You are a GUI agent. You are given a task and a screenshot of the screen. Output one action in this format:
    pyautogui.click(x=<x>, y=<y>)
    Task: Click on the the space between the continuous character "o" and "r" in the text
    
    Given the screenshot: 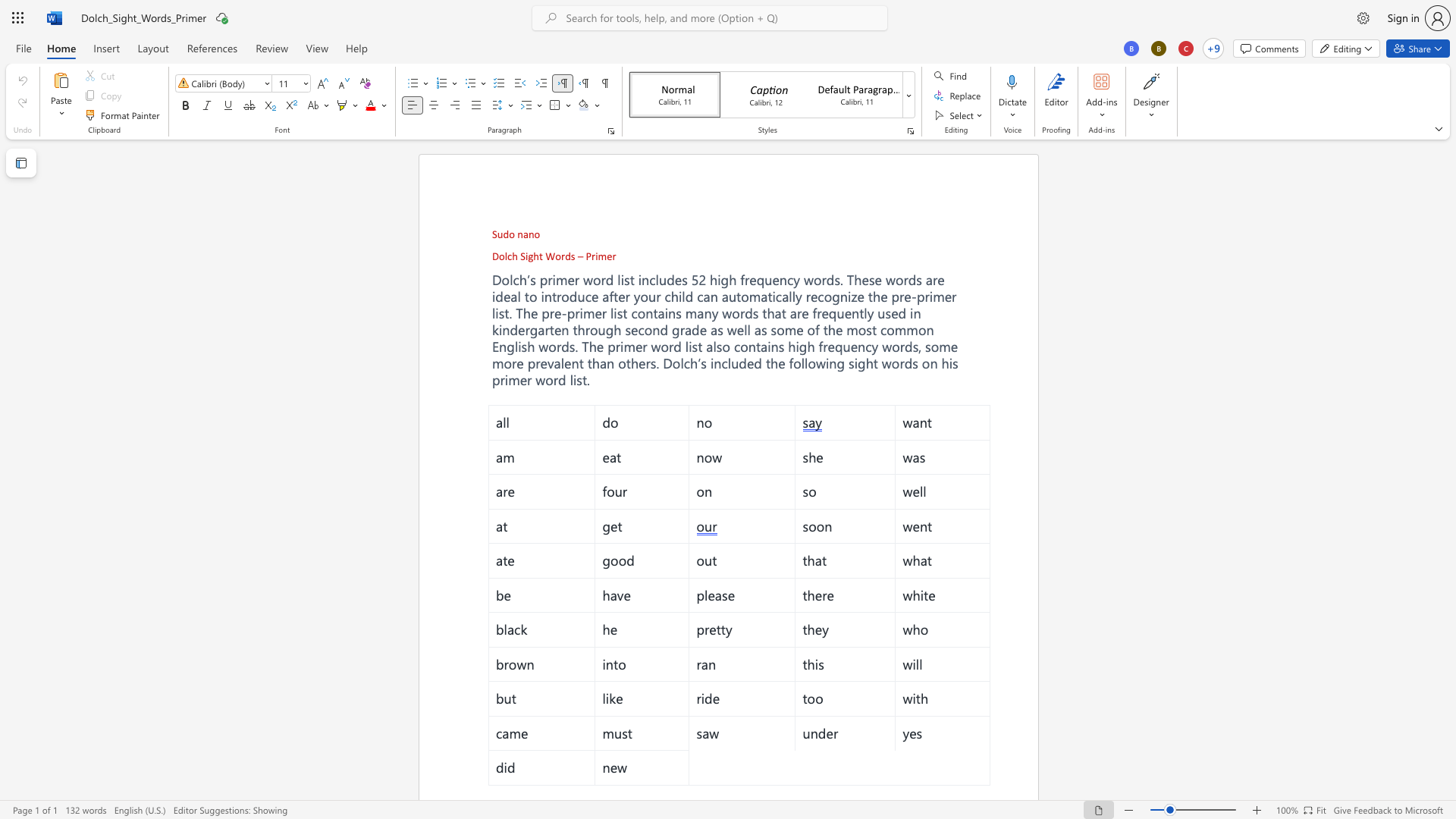 What is the action you would take?
    pyautogui.click(x=560, y=256)
    